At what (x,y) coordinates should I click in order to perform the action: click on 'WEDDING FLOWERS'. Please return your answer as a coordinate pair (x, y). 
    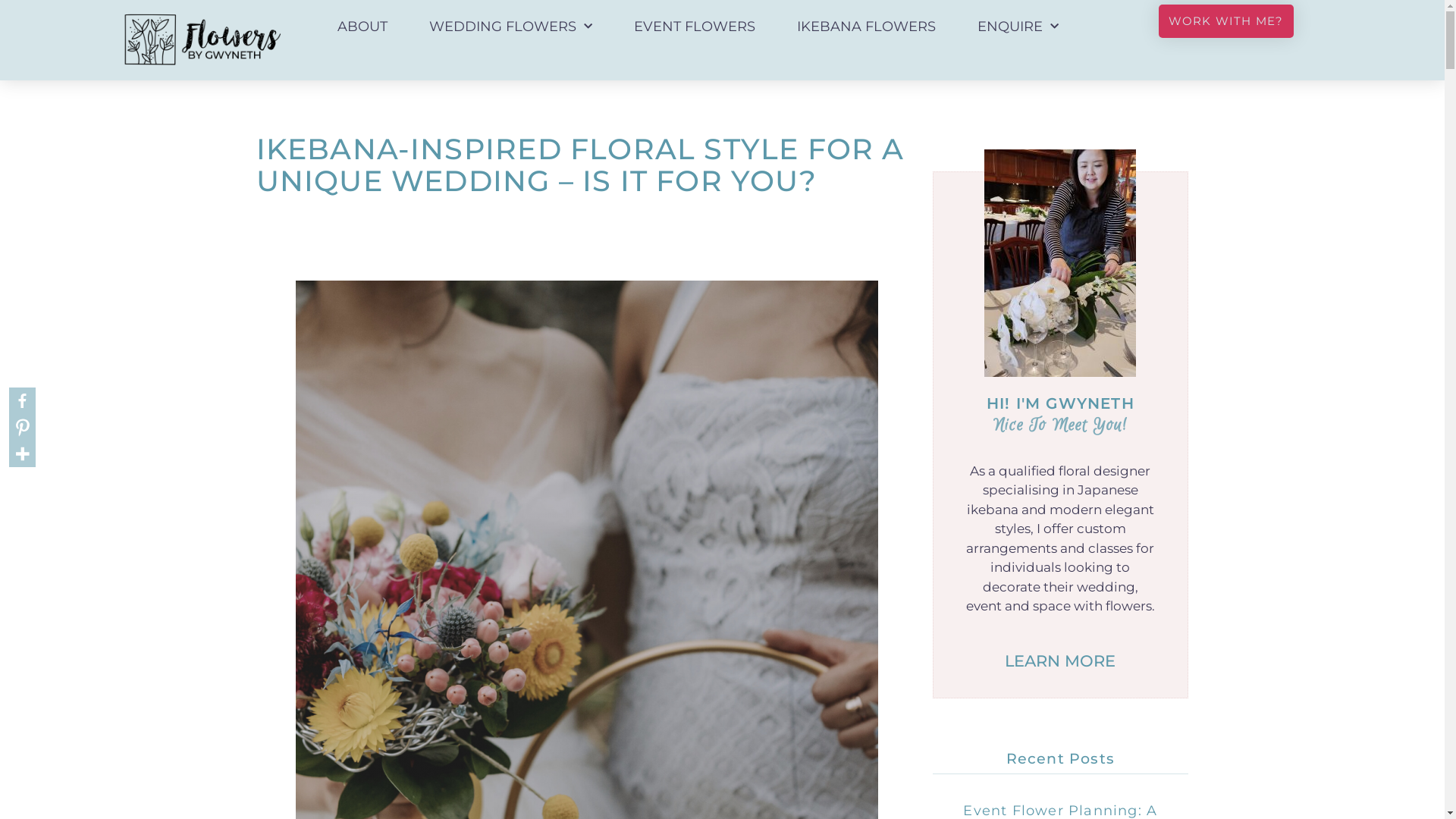
    Looking at the image, I should click on (510, 26).